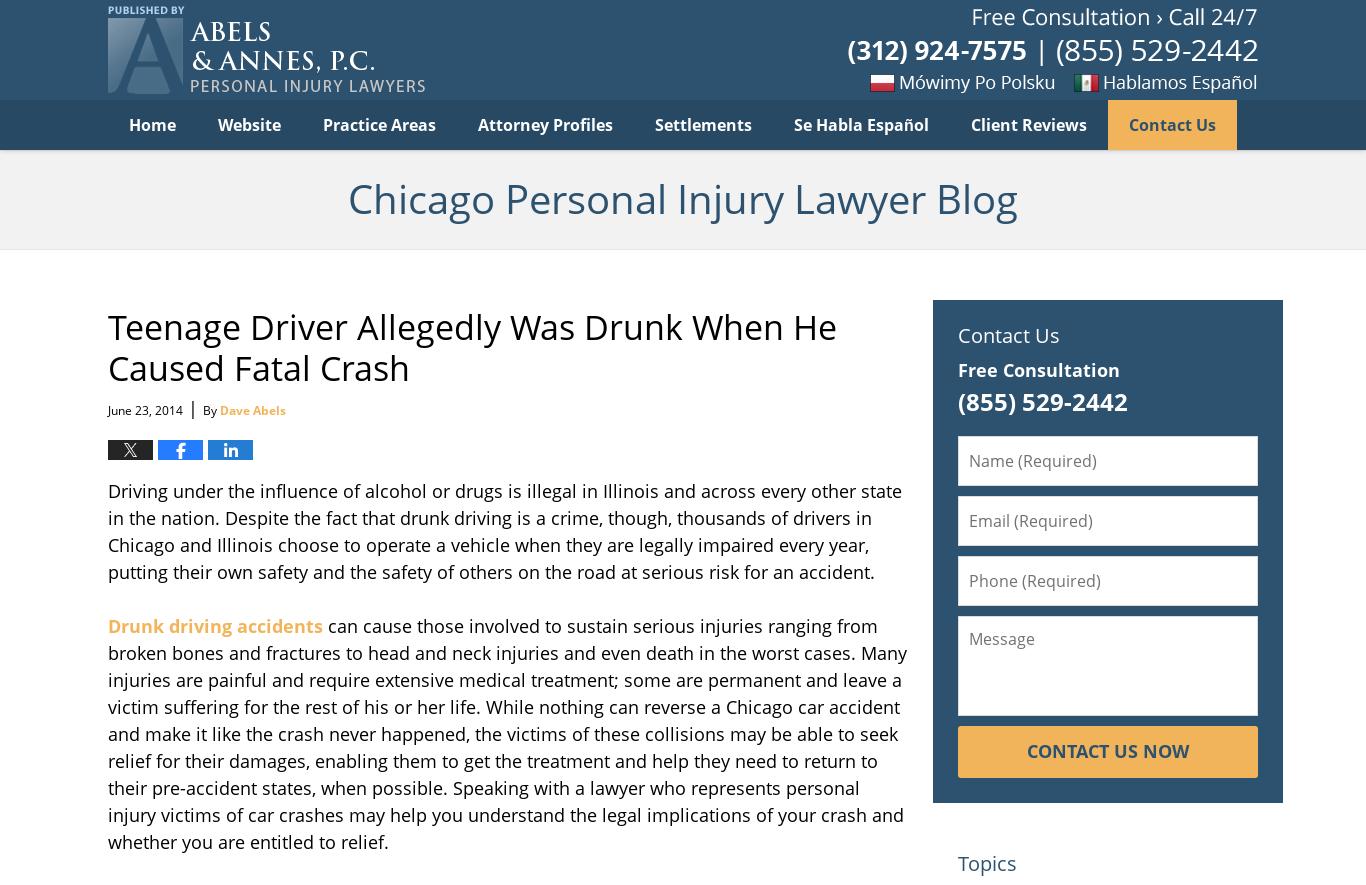 The height and width of the screenshot is (885, 1366). I want to click on 'Home', so click(151, 123).